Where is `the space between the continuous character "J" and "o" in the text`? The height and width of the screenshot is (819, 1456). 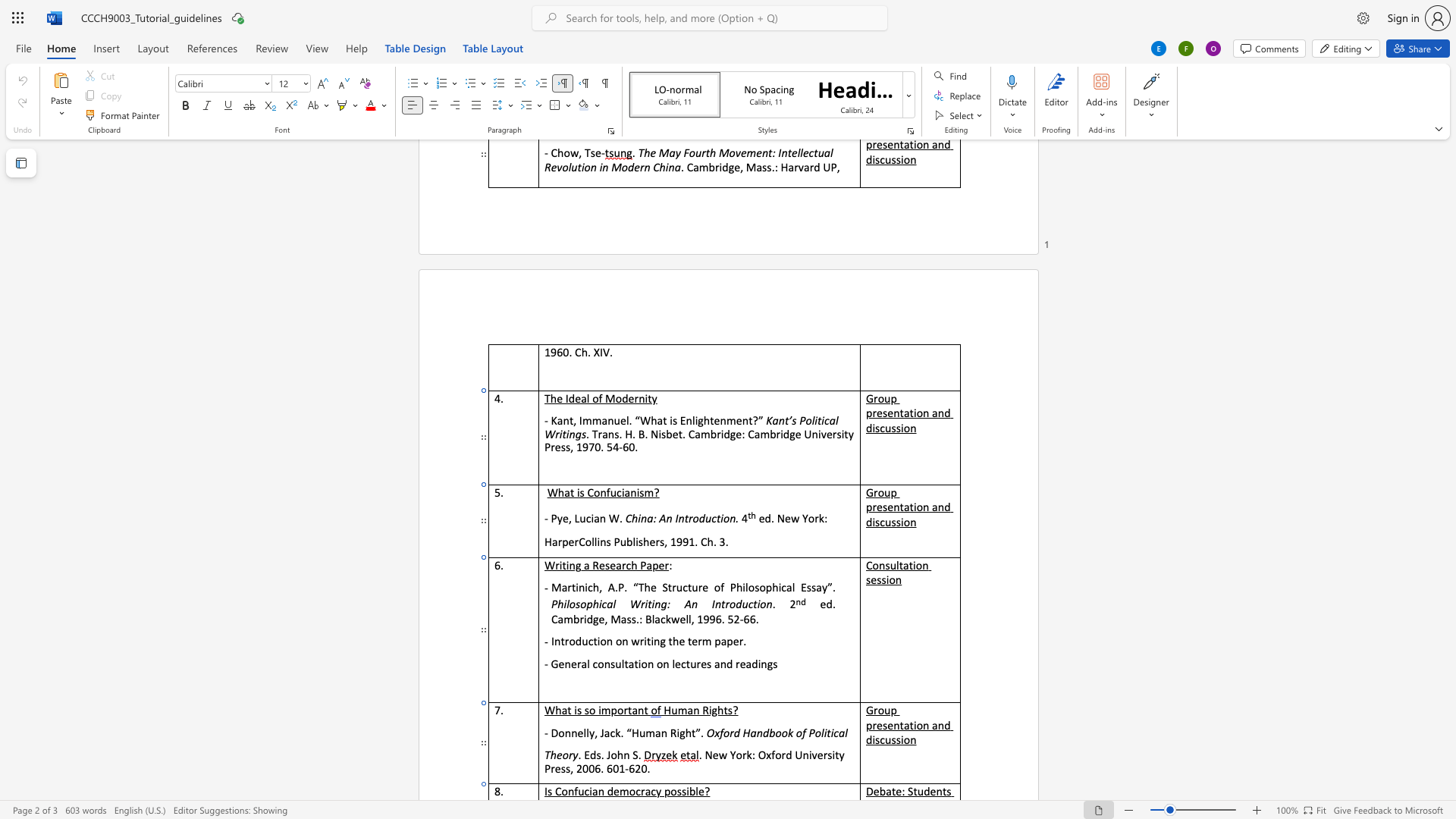 the space between the continuous character "J" and "o" in the text is located at coordinates (611, 755).